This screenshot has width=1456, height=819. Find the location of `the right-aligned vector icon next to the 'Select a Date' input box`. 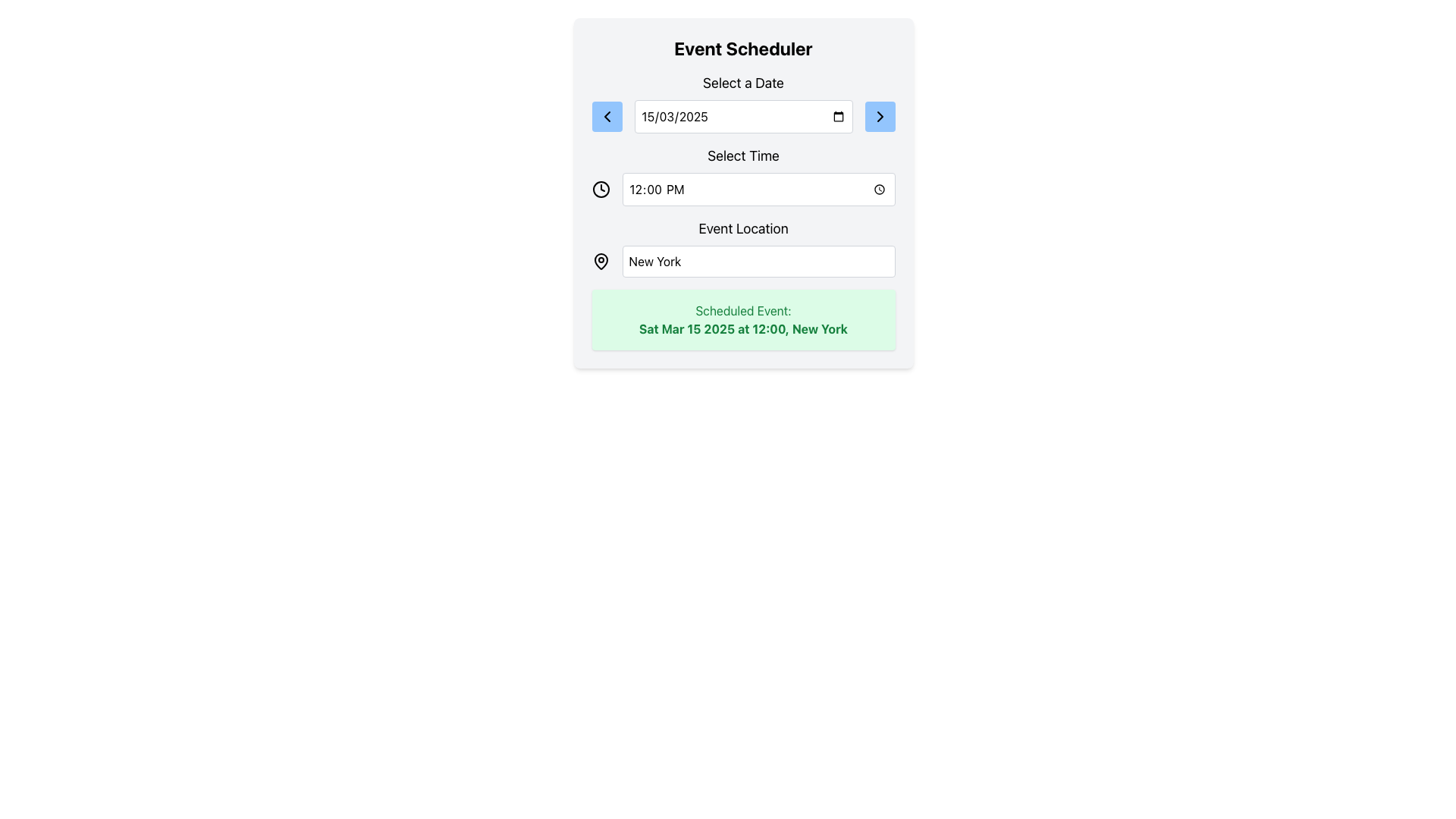

the right-aligned vector icon next to the 'Select a Date' input box is located at coordinates (880, 116).